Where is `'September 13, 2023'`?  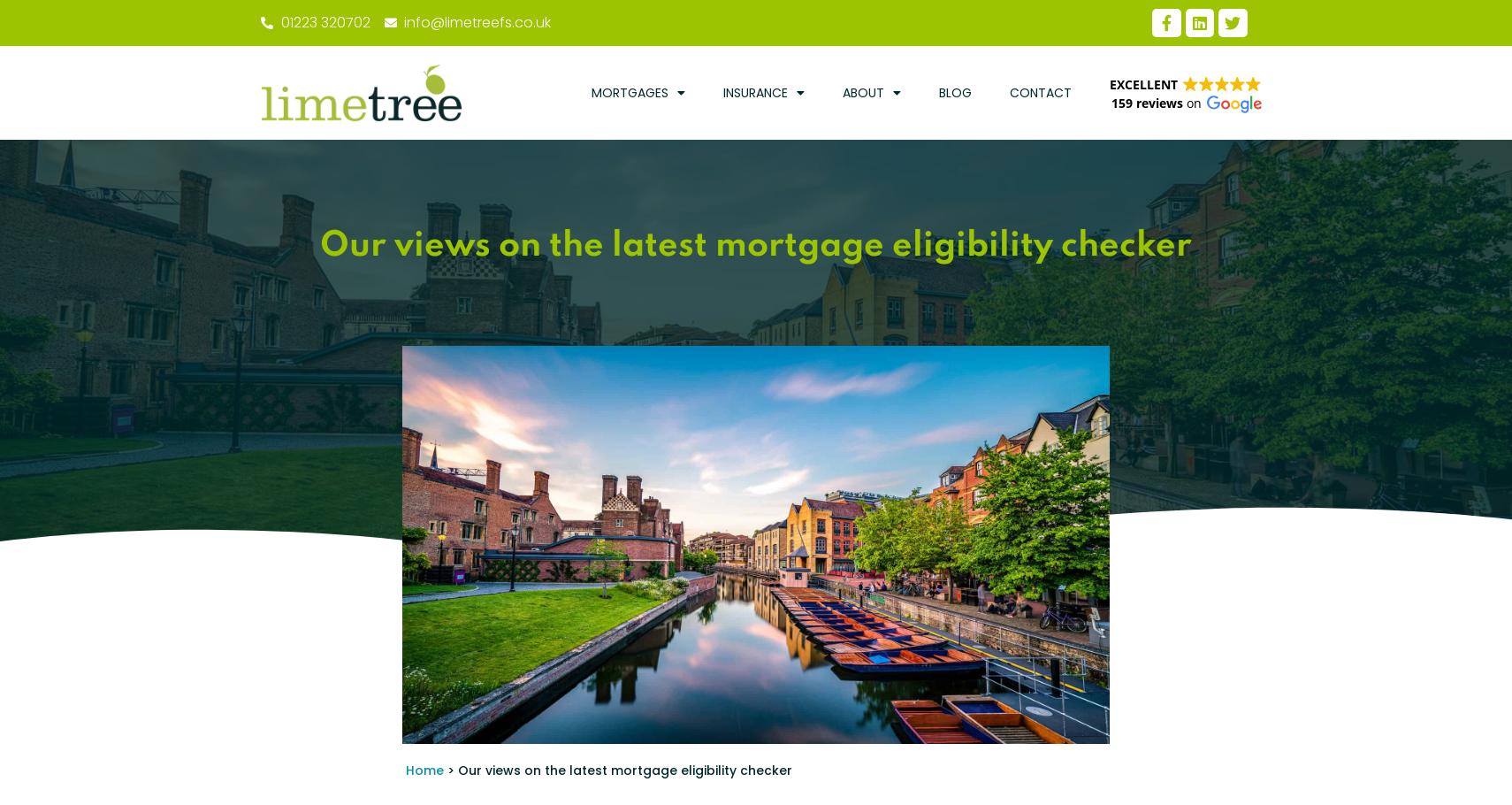 'September 13, 2023' is located at coordinates (1040, 747).